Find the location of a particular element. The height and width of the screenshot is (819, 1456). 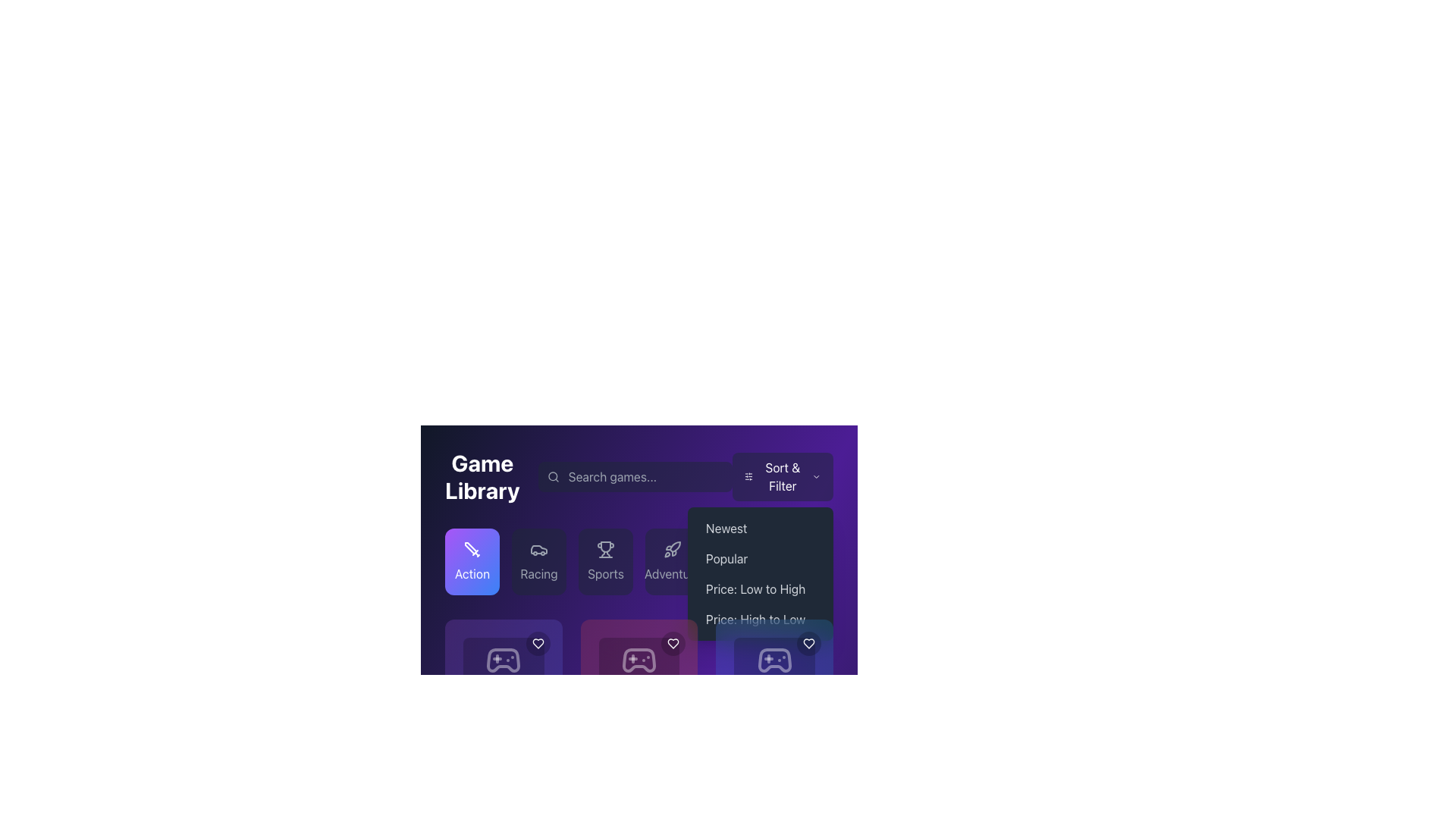

the sleek gray rocket icon with rounded edges, located at the center-top of the 'Adventure' card in the Game Library interface is located at coordinates (672, 550).